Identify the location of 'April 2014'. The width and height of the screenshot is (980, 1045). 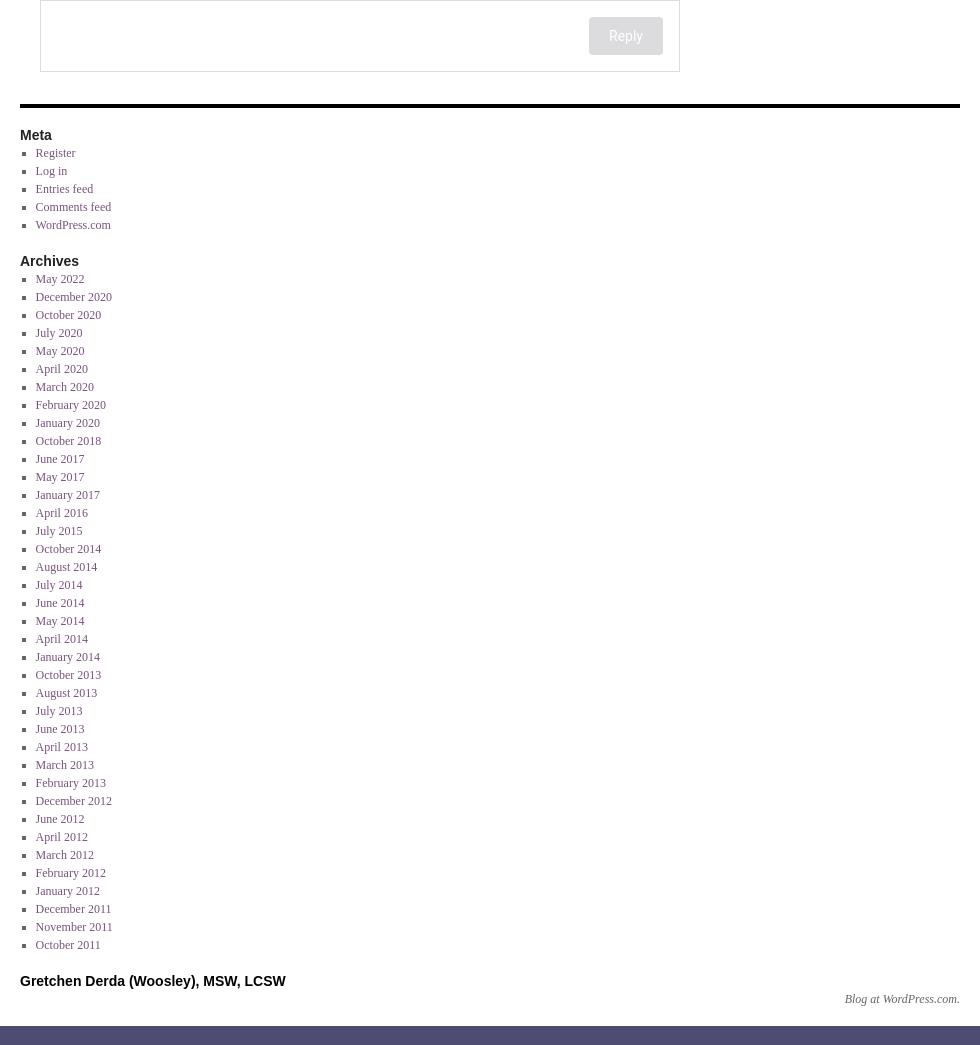
(34, 638).